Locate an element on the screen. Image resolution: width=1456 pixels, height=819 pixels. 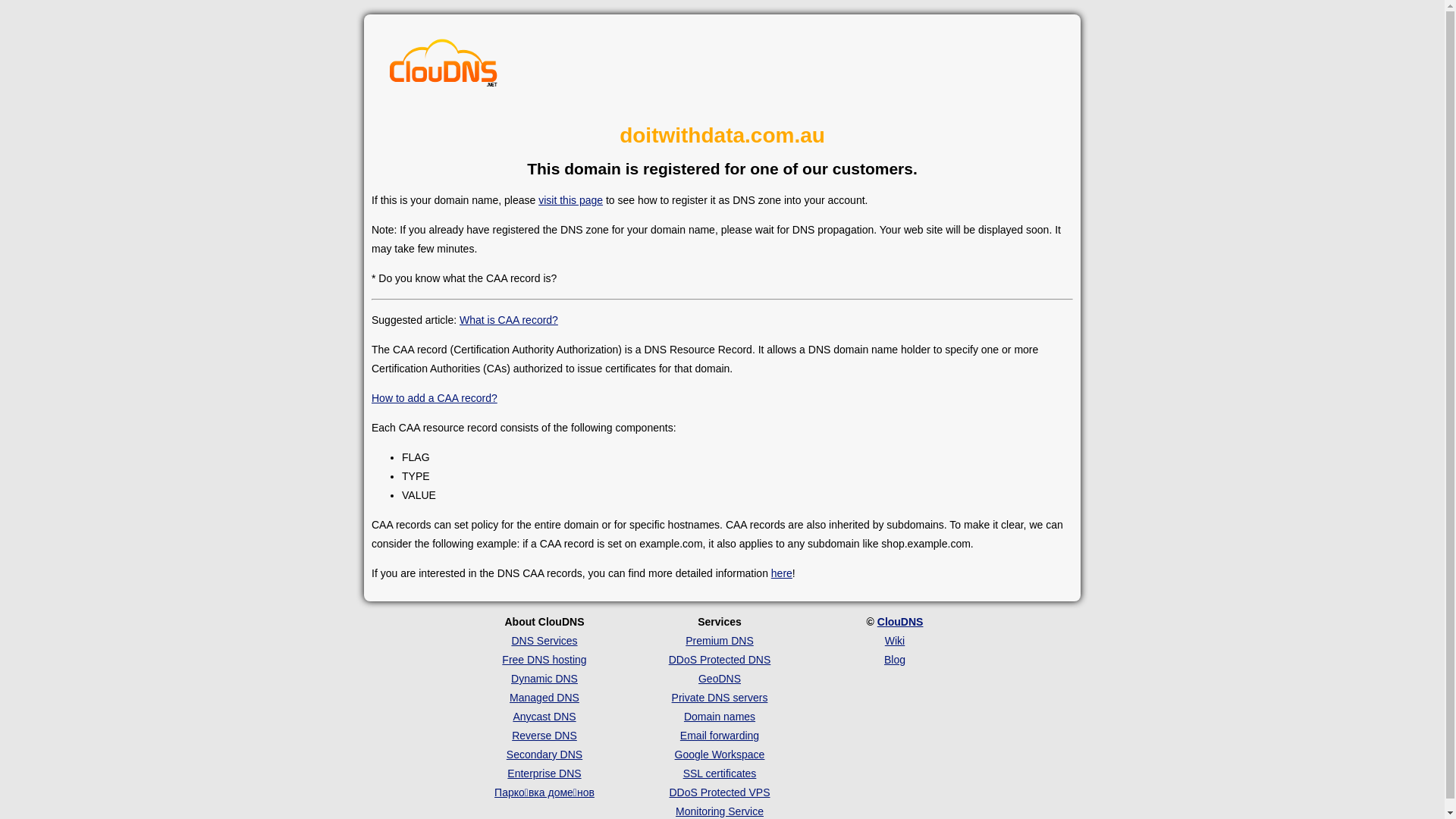
'Wiki' is located at coordinates (895, 640).